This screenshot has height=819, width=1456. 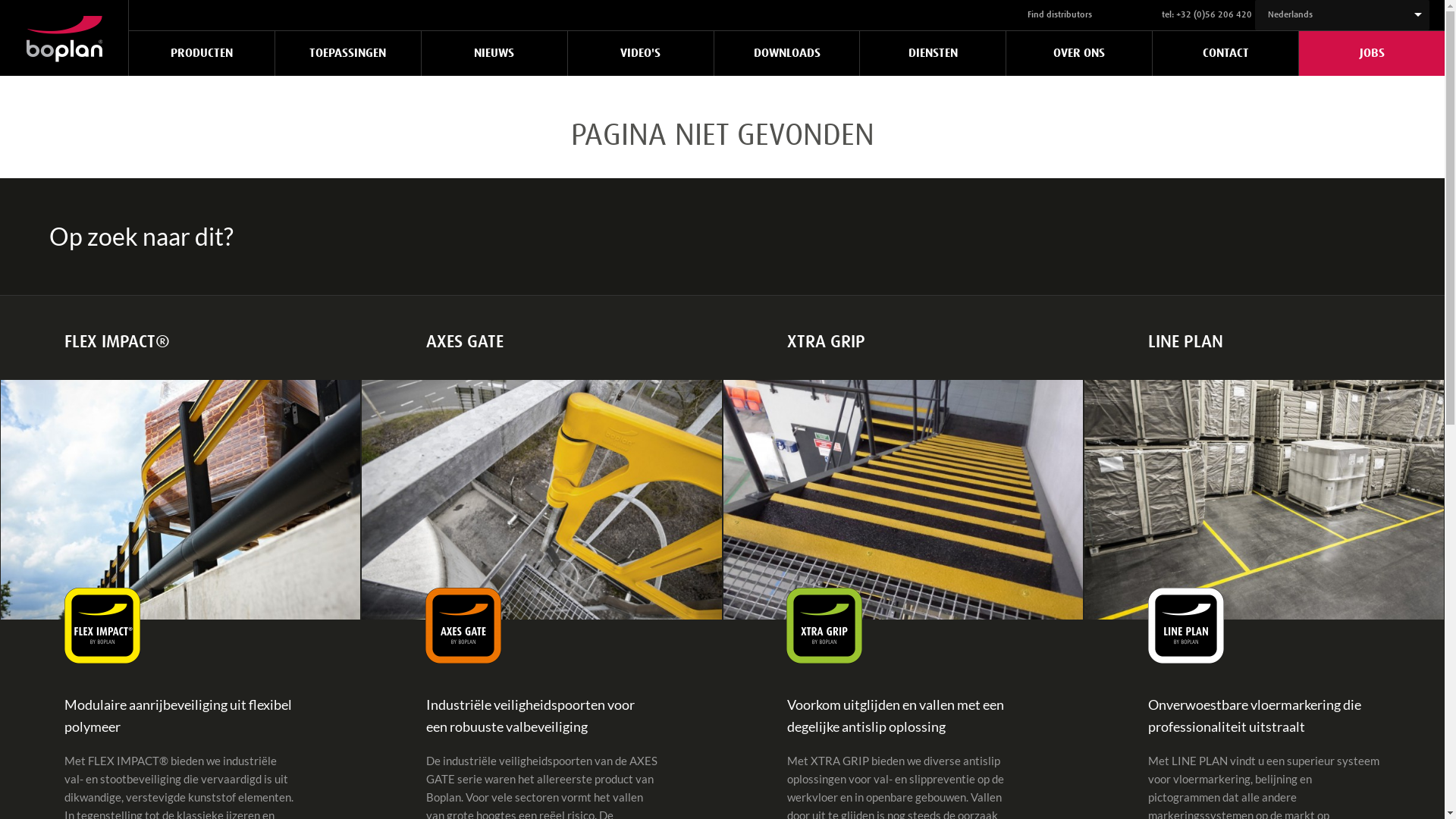 What do you see at coordinates (64, 626) in the screenshot?
I see `'Flex Impact logo by Boplan'` at bounding box center [64, 626].